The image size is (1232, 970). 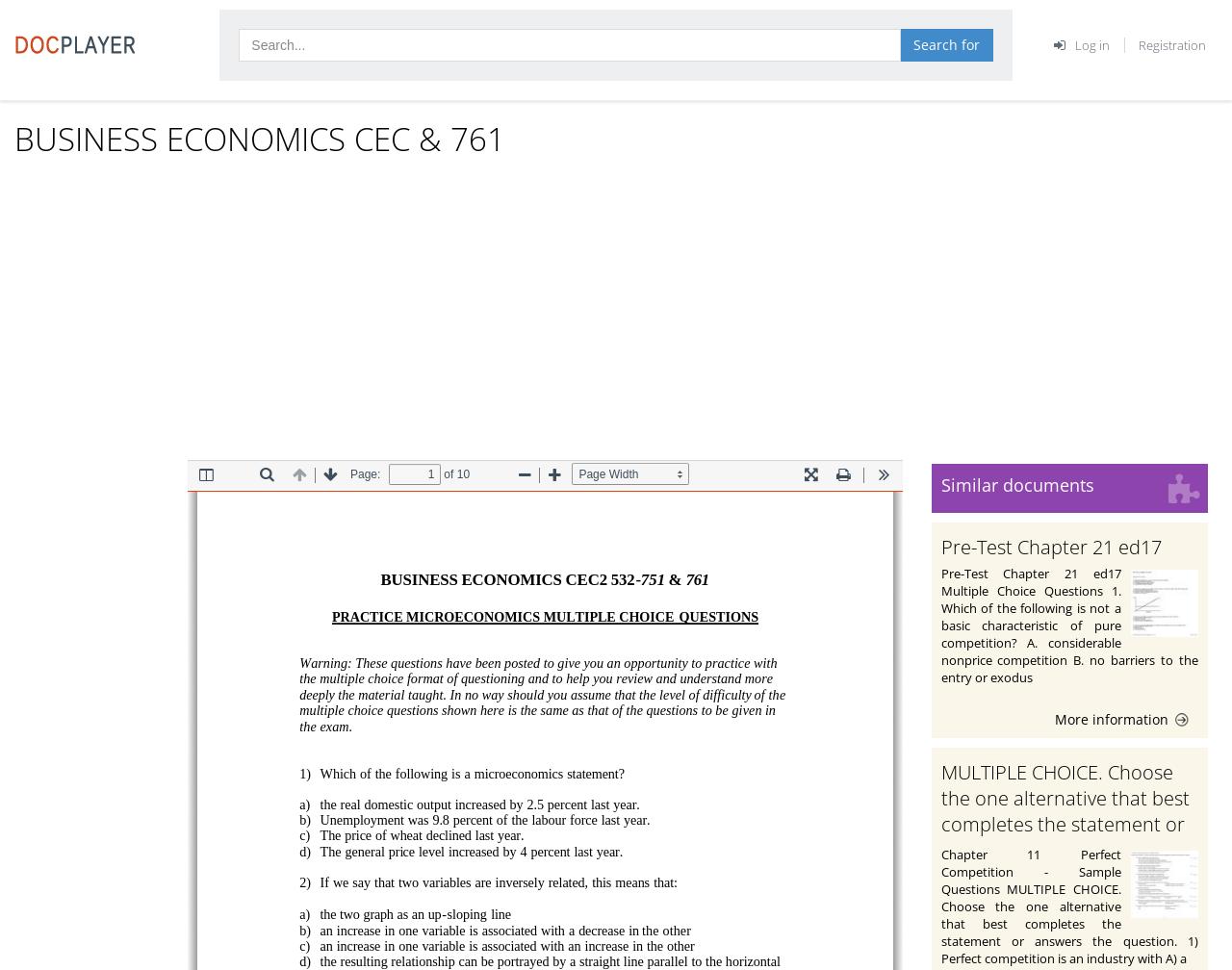 What do you see at coordinates (945, 44) in the screenshot?
I see `'Search for'` at bounding box center [945, 44].